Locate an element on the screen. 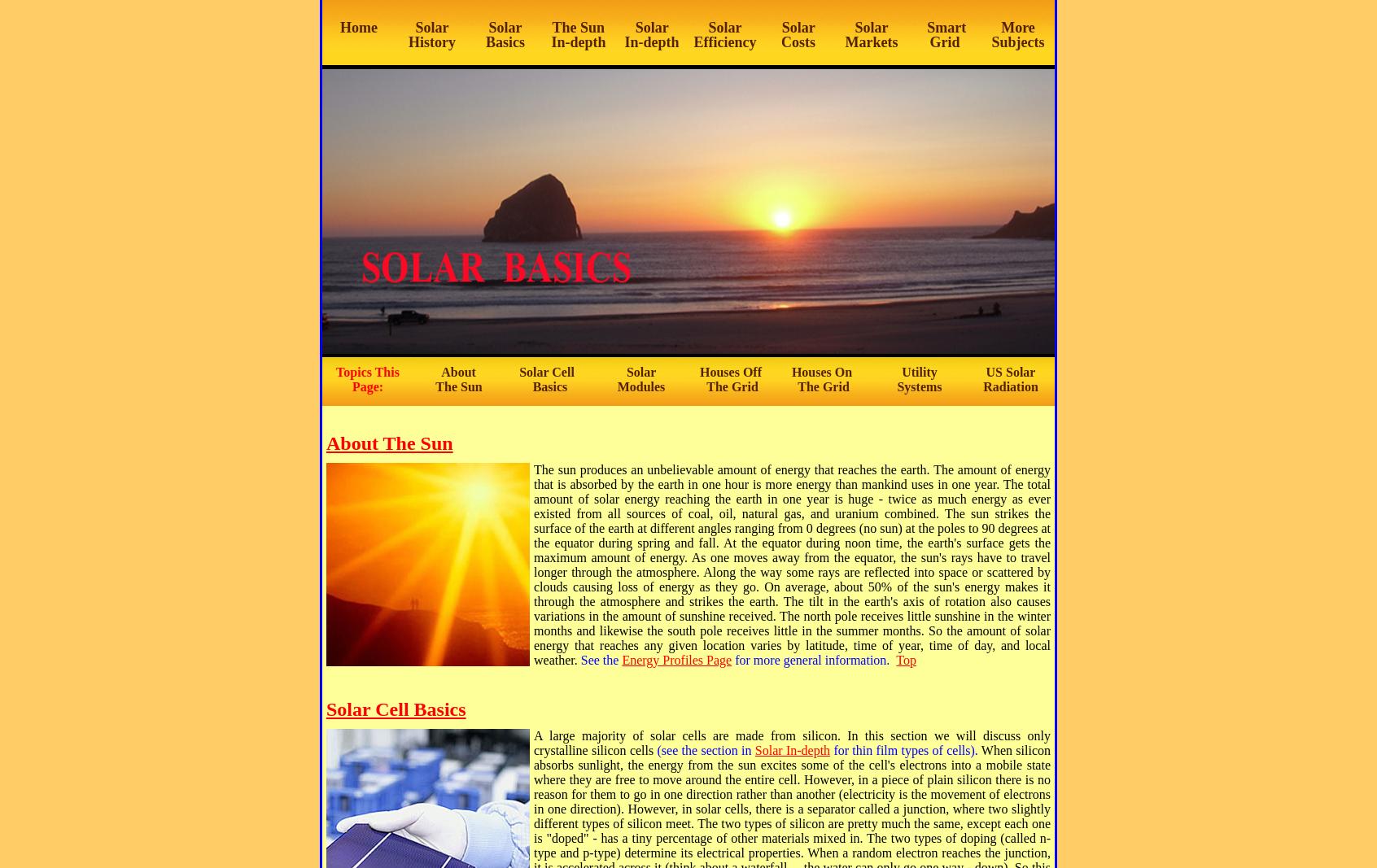 The image size is (1377, 868). 'for thin film types of cells).' is located at coordinates (905, 750).